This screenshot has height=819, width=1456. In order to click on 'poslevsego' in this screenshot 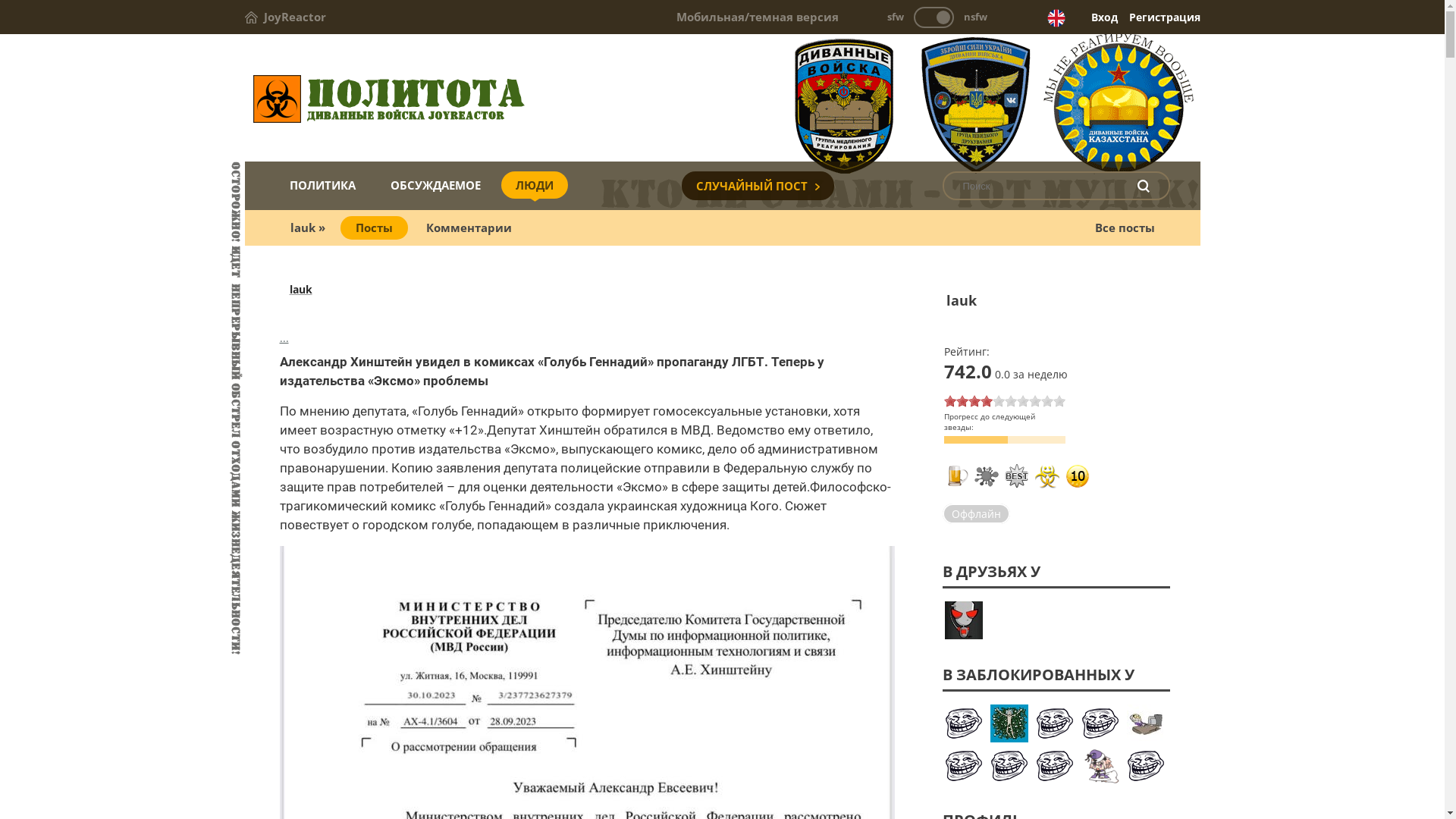, I will do `click(990, 722)`.